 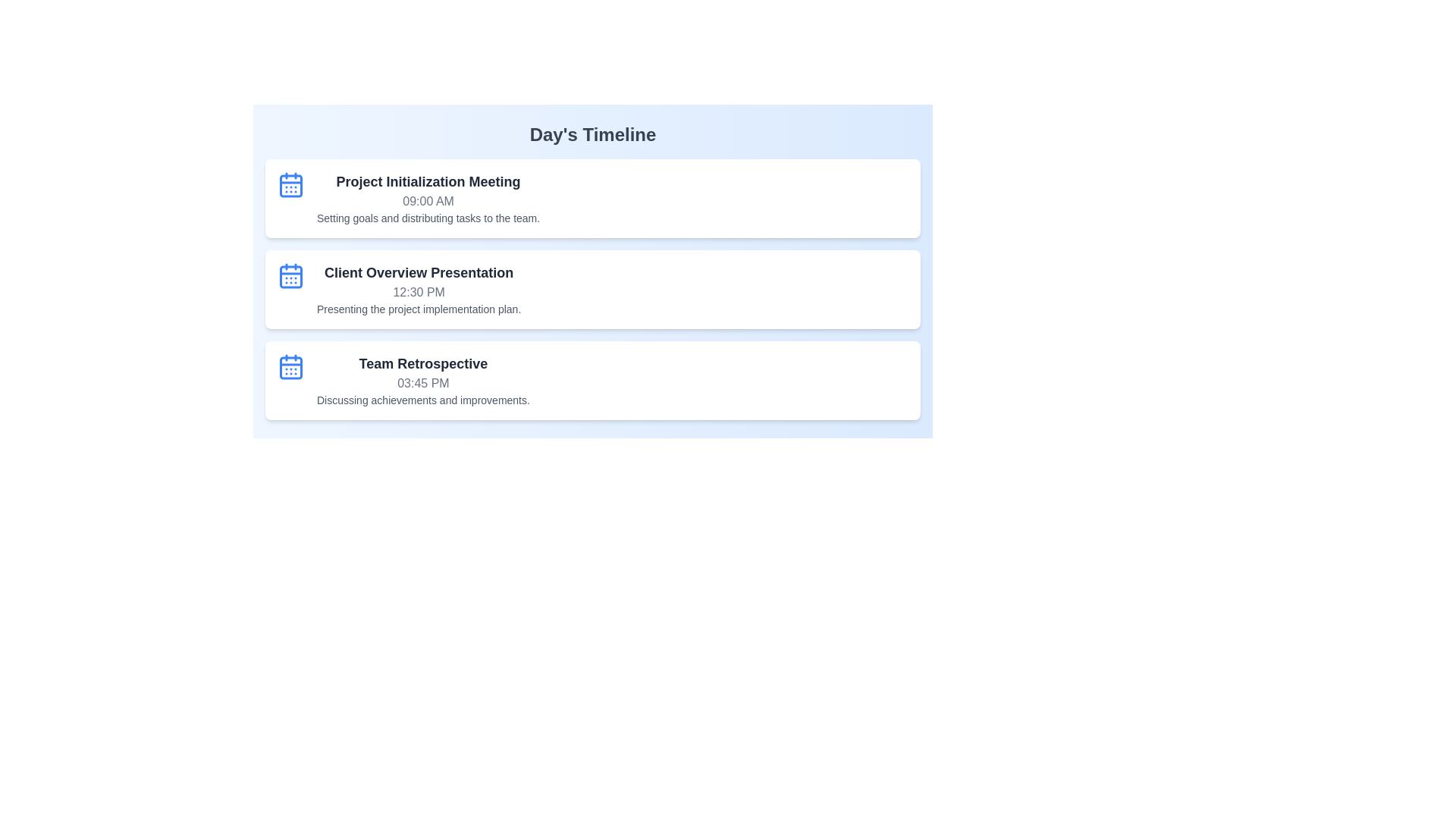 I want to click on the blue calendar icon located at the top-left corner of the card describing the 'Client Overview Presentation' event, so click(x=291, y=275).